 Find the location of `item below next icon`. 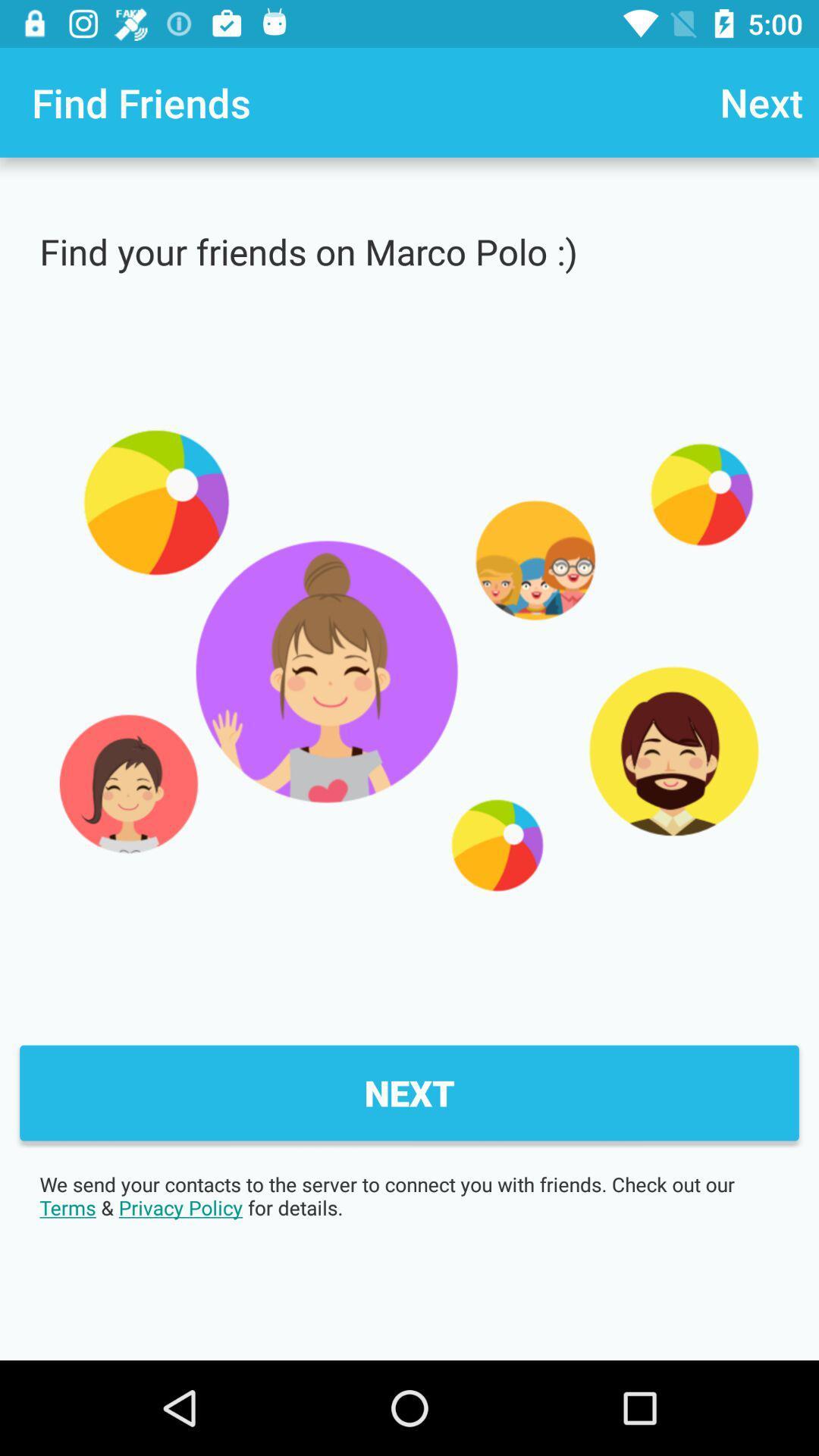

item below next icon is located at coordinates (409, 1195).